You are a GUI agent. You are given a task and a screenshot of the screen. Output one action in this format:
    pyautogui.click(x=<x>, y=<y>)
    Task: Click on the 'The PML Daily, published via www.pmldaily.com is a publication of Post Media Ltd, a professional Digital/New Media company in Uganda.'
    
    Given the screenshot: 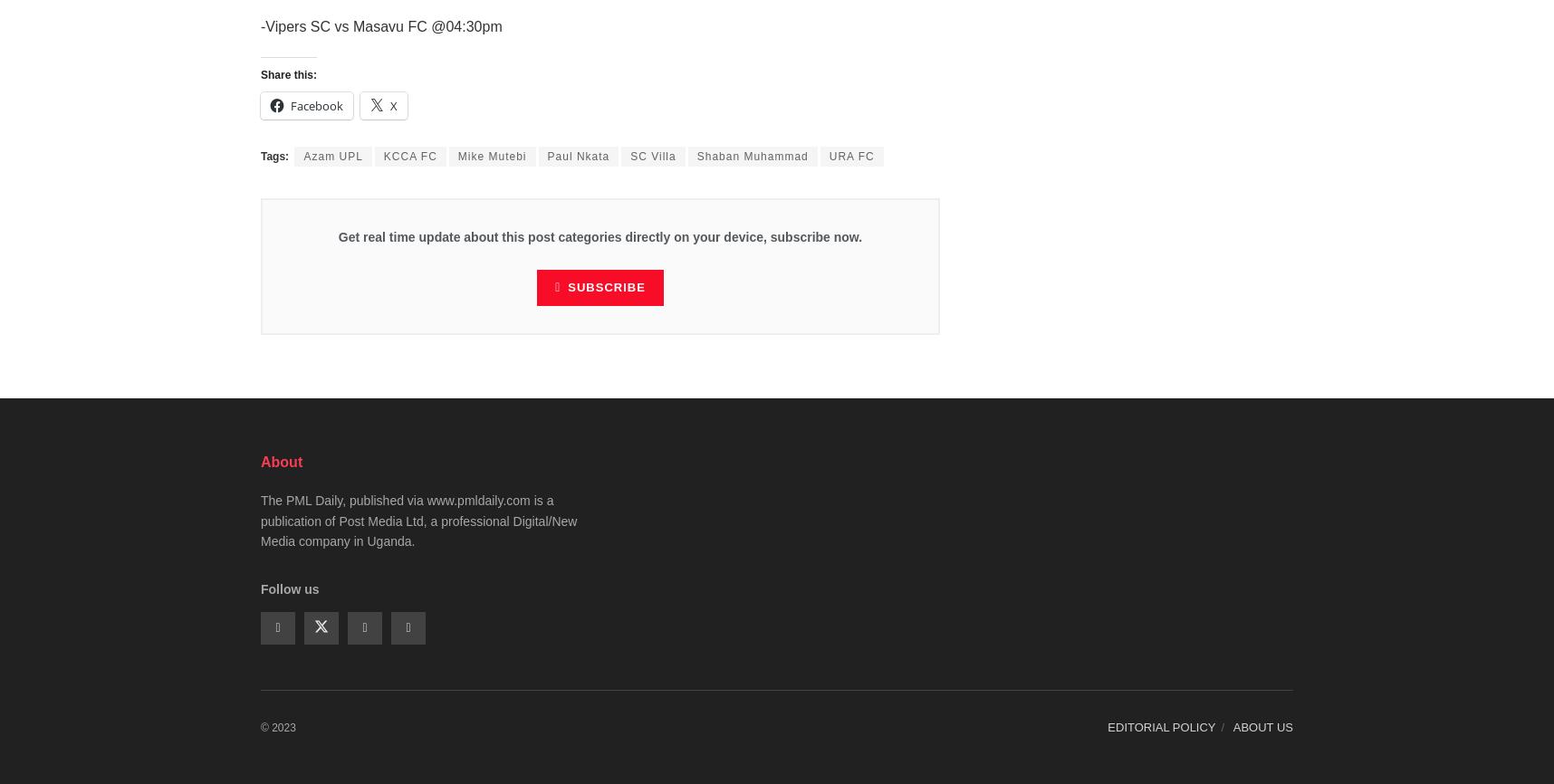 What is the action you would take?
    pyautogui.click(x=417, y=521)
    